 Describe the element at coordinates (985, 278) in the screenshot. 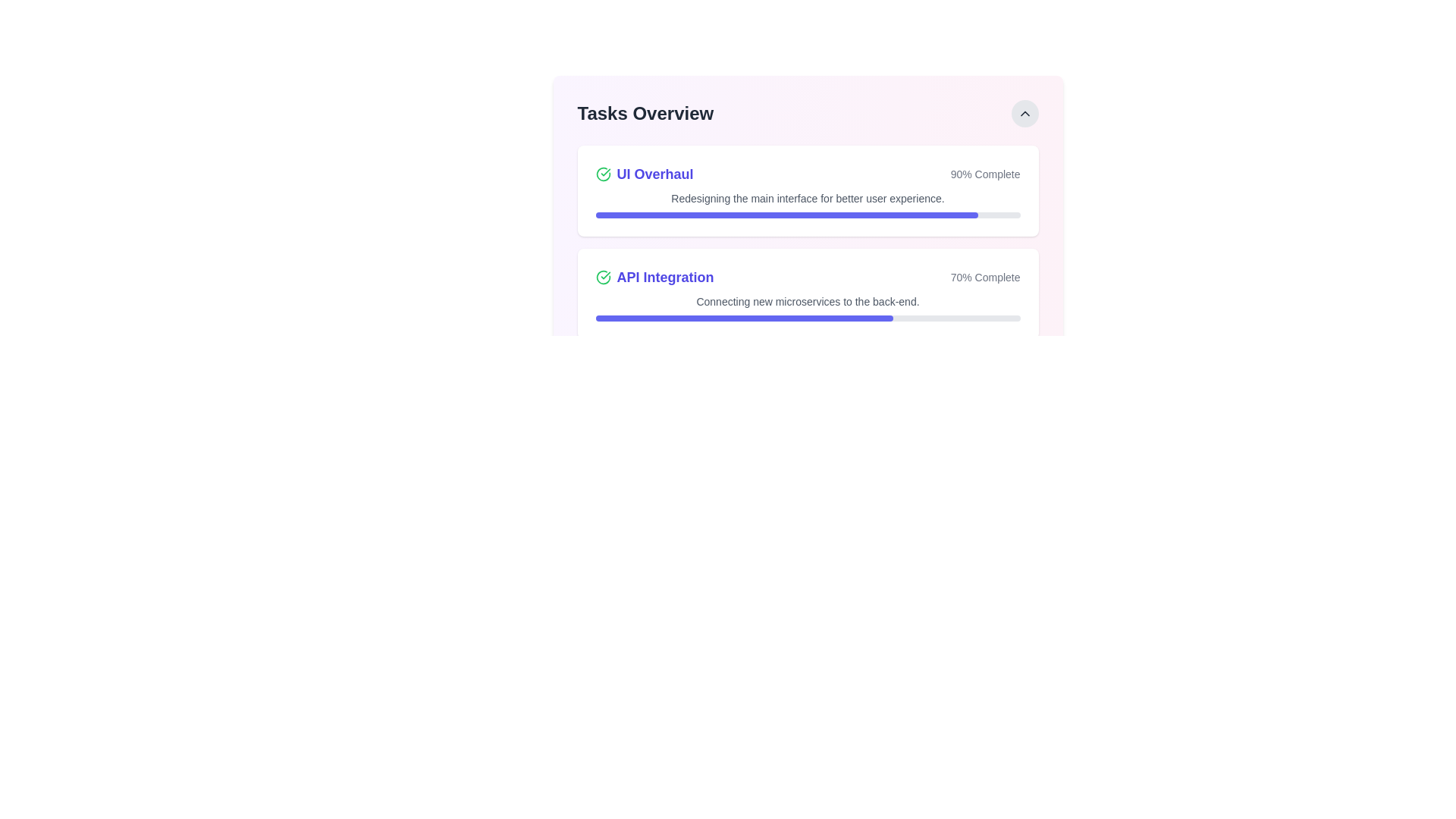

I see `the progress indicator text that shows the percentage completion of the 'API Integration' task, positioned to the right of the 'API Integration' heading in the task summary component` at that location.